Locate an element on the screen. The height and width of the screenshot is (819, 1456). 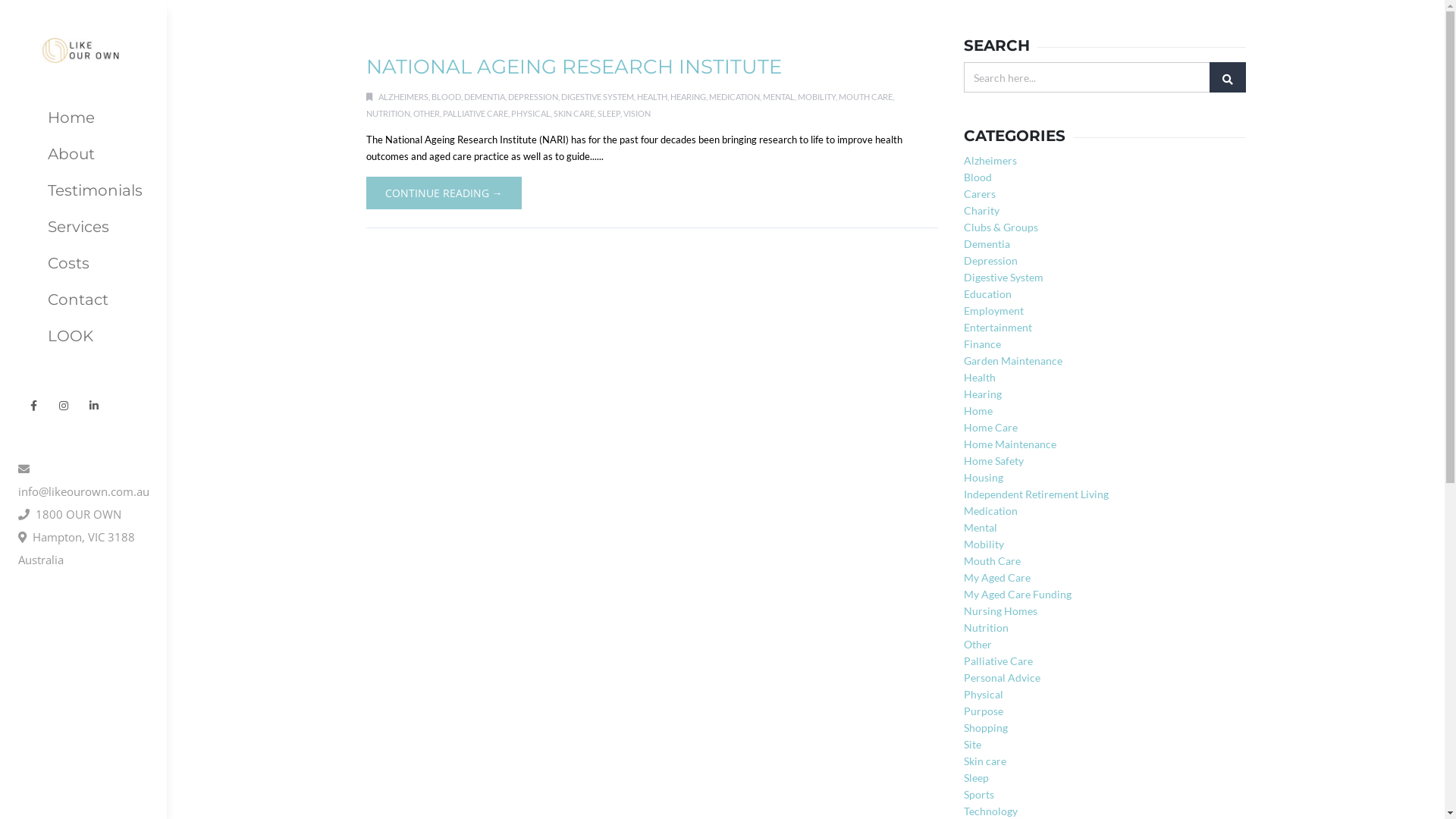
'DEPRESSION' is located at coordinates (532, 96).